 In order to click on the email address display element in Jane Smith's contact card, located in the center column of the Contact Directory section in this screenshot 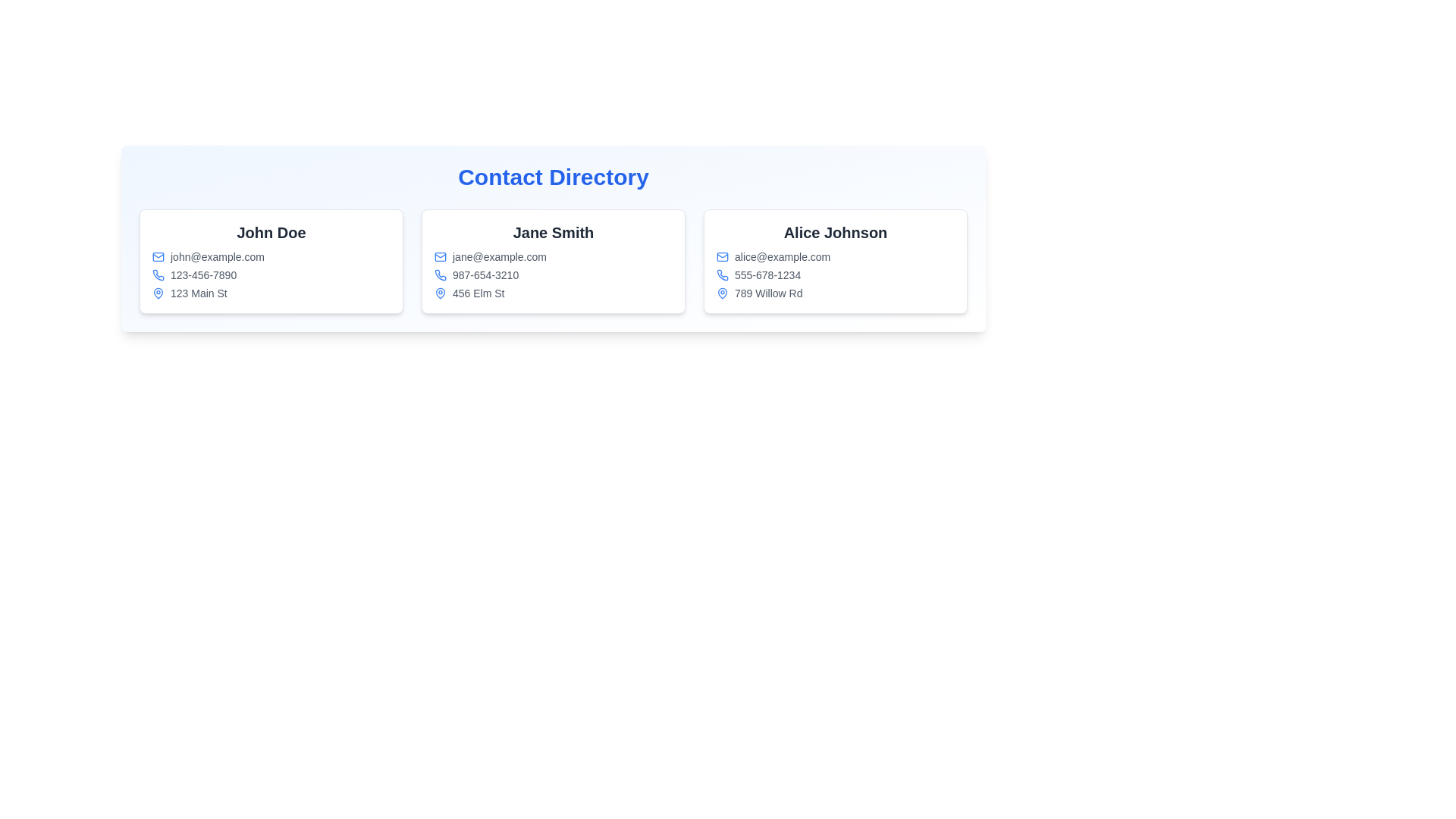, I will do `click(552, 256)`.